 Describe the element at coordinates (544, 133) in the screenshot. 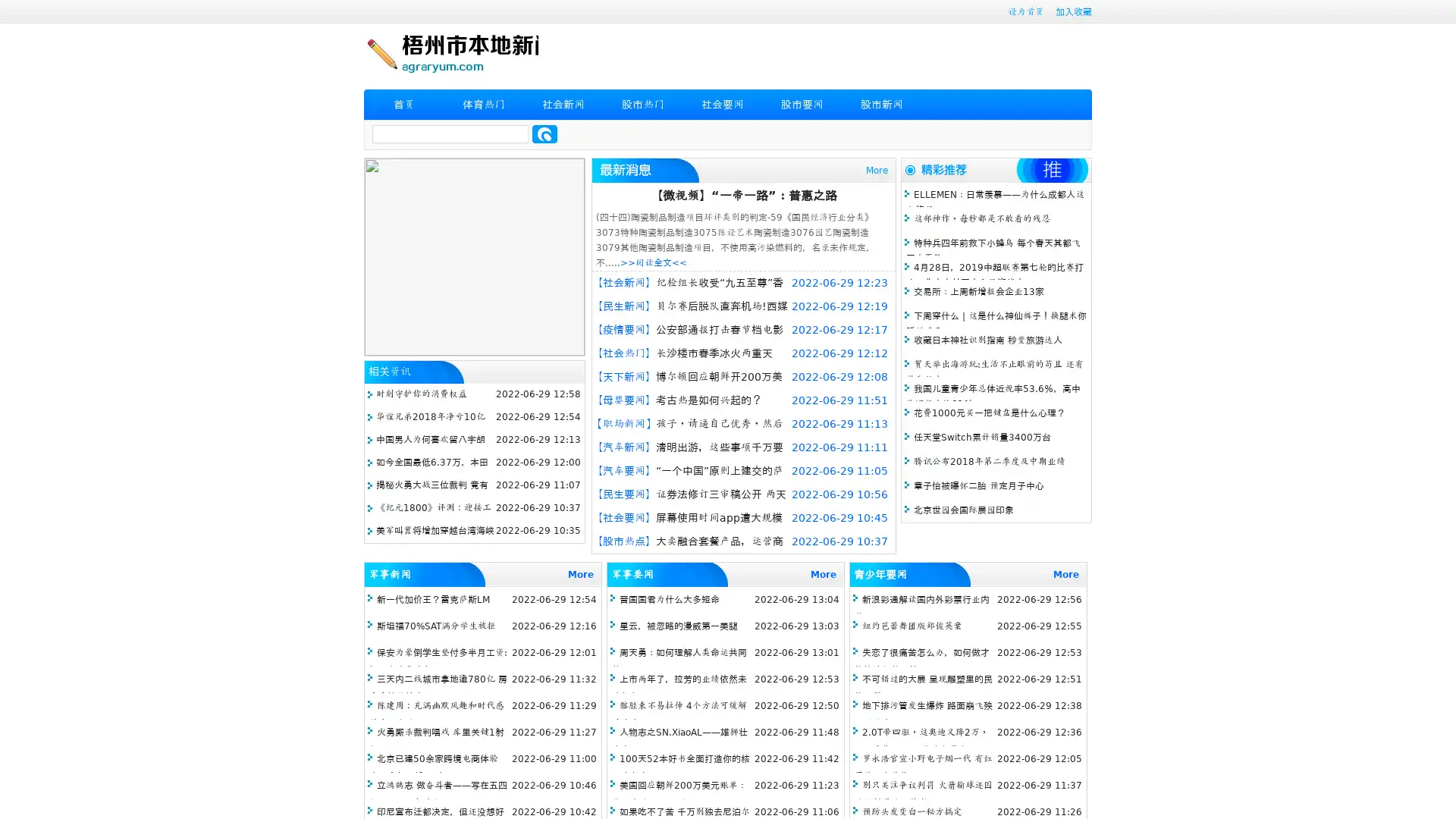

I see `Search` at that location.